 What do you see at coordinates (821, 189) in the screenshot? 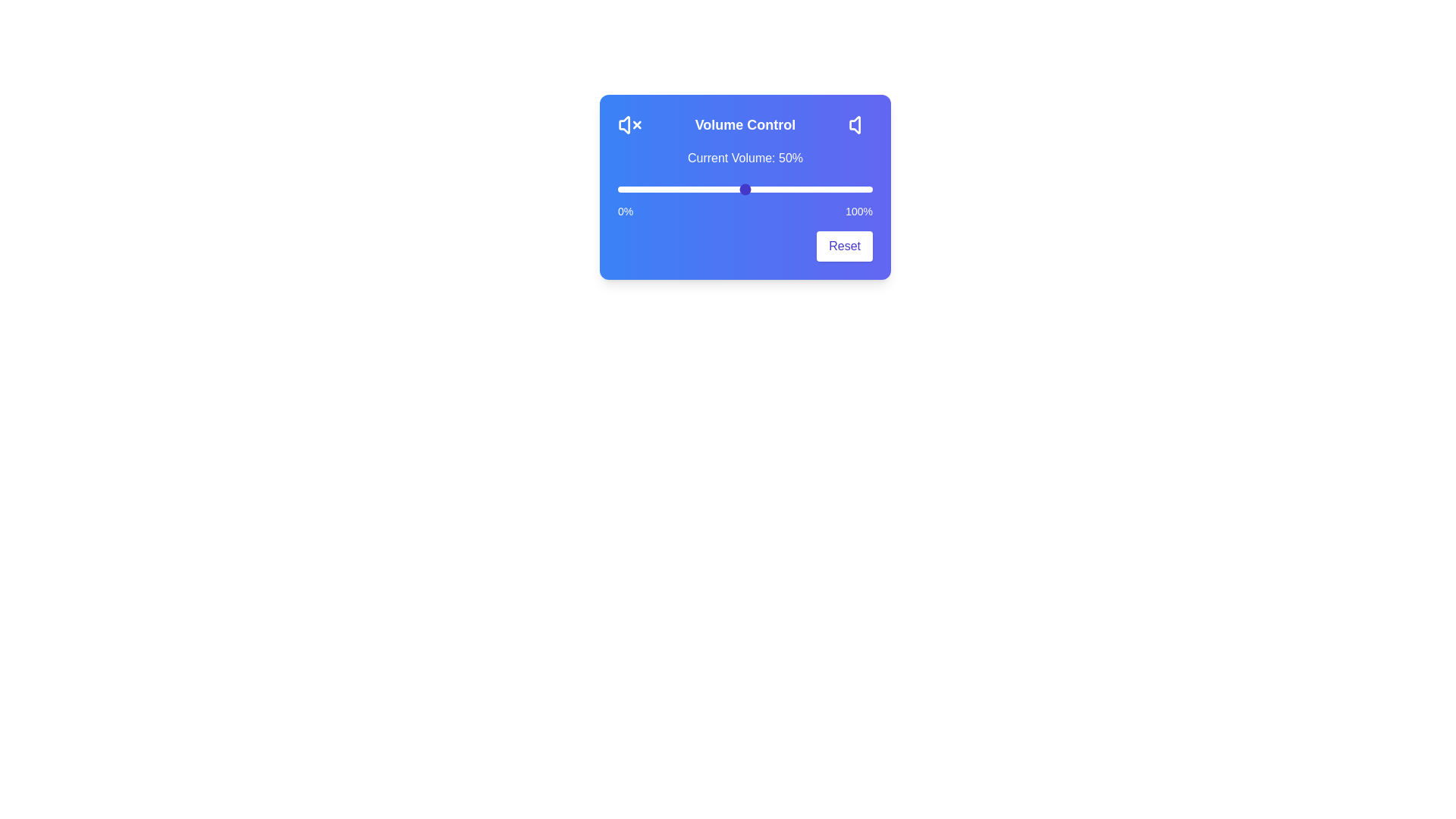
I see `the volume slider to 80%` at bounding box center [821, 189].